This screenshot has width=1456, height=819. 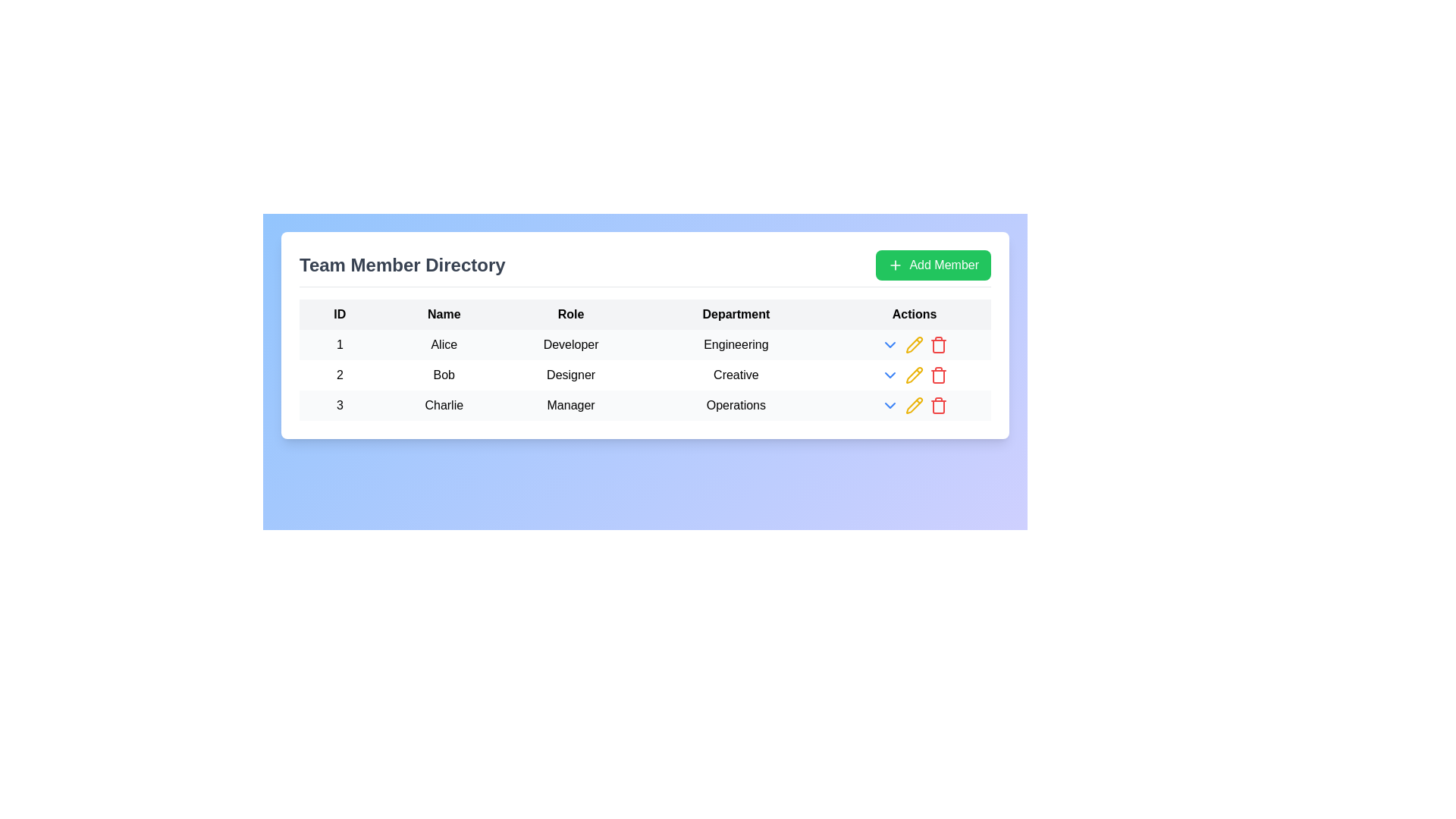 I want to click on the header text indicating the content or purpose of the interface, which is positioned at the top-left corner above the team member information table, so click(x=402, y=265).